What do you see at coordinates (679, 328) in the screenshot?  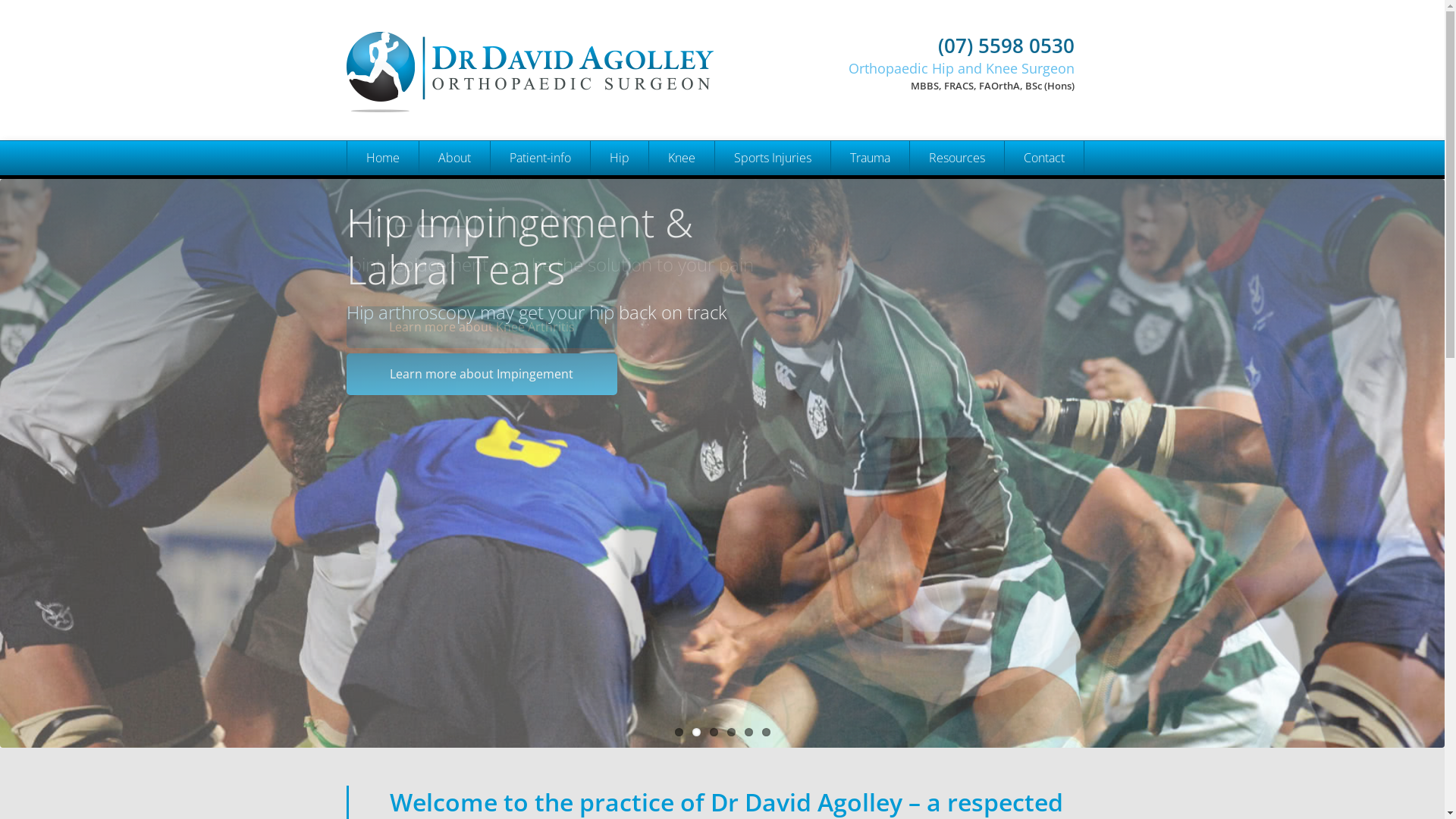 I see `'Knee Meniscal Tear'` at bounding box center [679, 328].